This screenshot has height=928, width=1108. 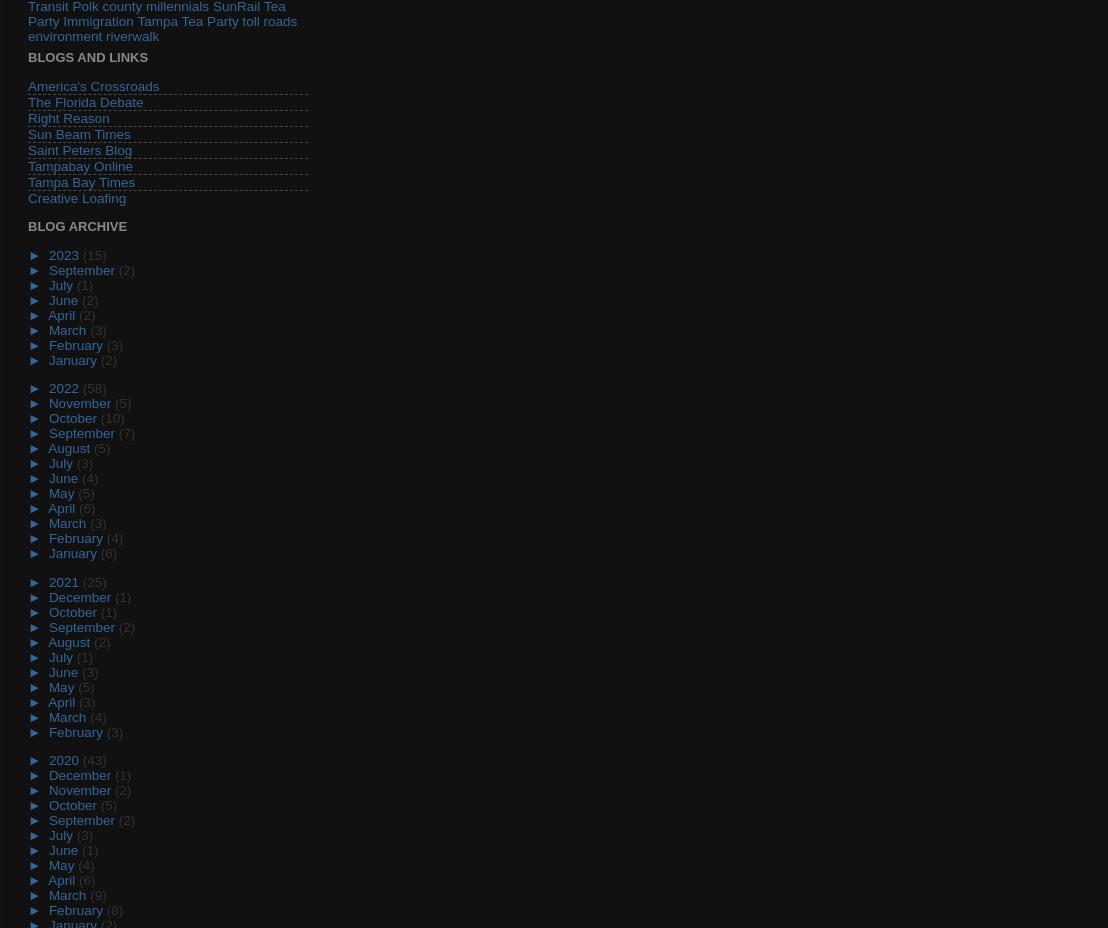 What do you see at coordinates (28, 226) in the screenshot?
I see `'Blog Archive'` at bounding box center [28, 226].